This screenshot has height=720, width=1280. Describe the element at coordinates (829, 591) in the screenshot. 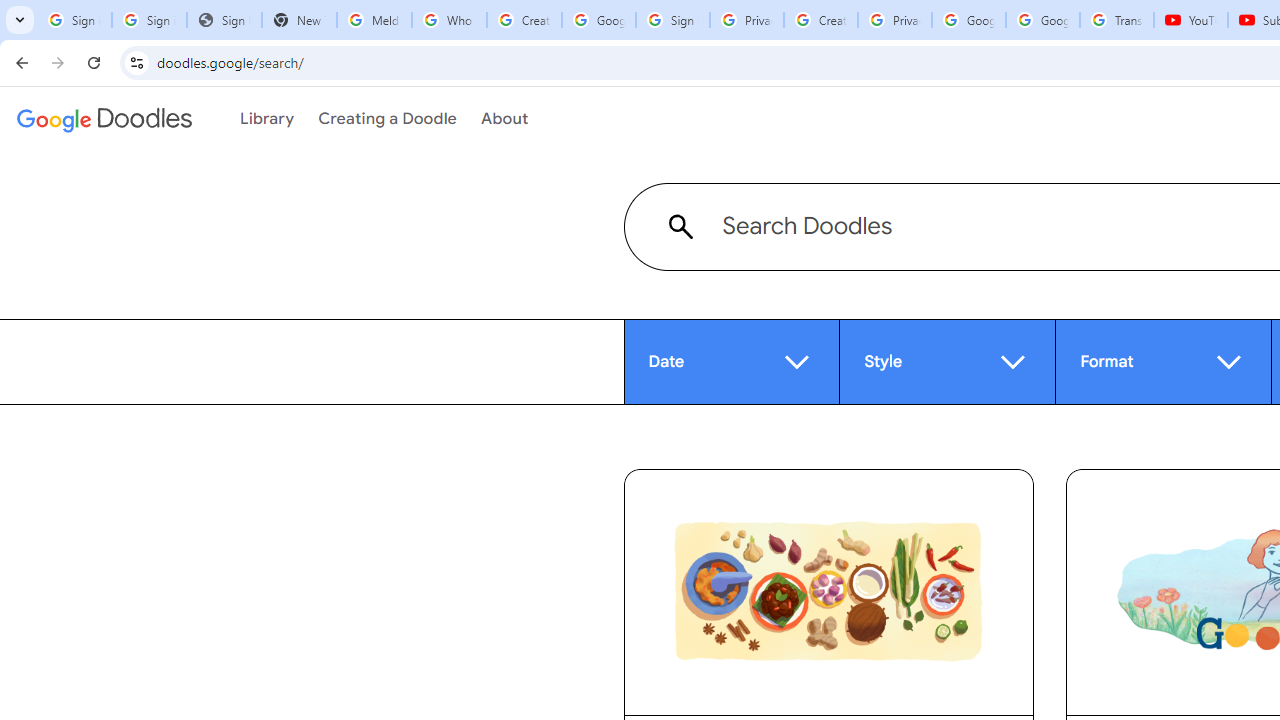

I see `'Celebrating Rendang'` at that location.